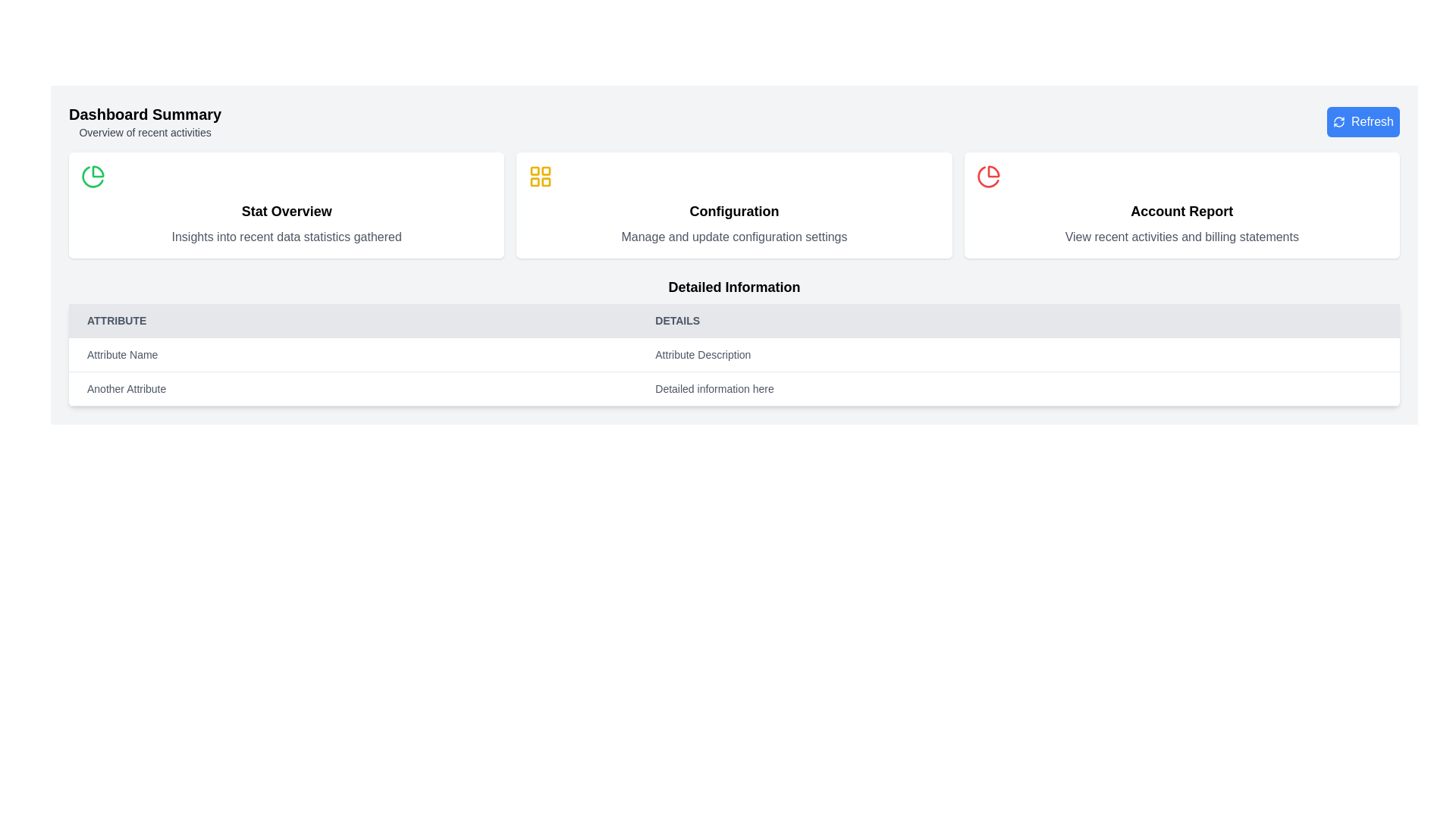 The width and height of the screenshot is (1456, 819). I want to click on the decorative grid icon in the 'Configuration' panel, which symbolizes settings and management features, so click(541, 175).